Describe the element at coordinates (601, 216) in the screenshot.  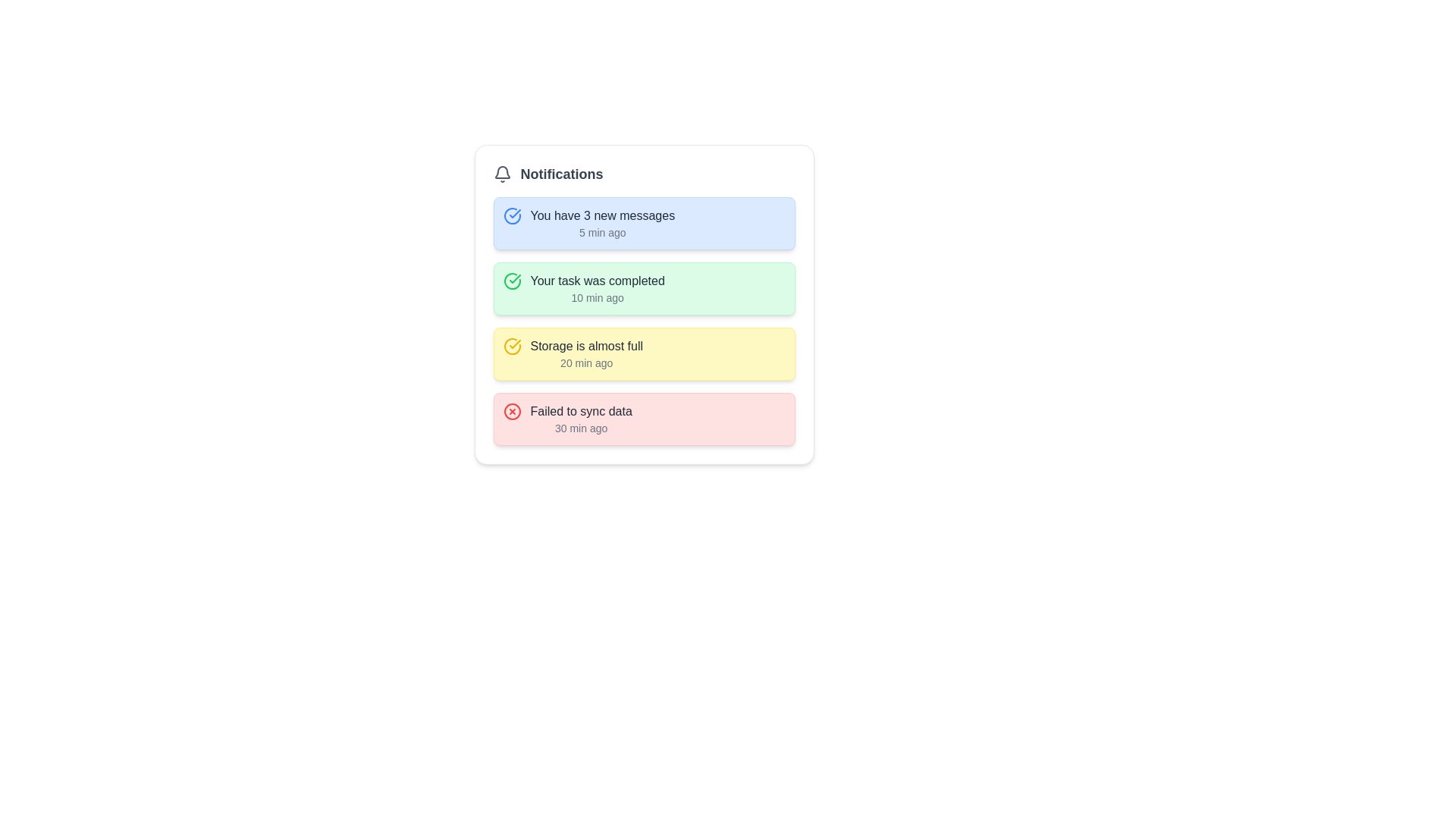
I see `text content of the top text label within the first notification card under the 'Notifications' header` at that location.